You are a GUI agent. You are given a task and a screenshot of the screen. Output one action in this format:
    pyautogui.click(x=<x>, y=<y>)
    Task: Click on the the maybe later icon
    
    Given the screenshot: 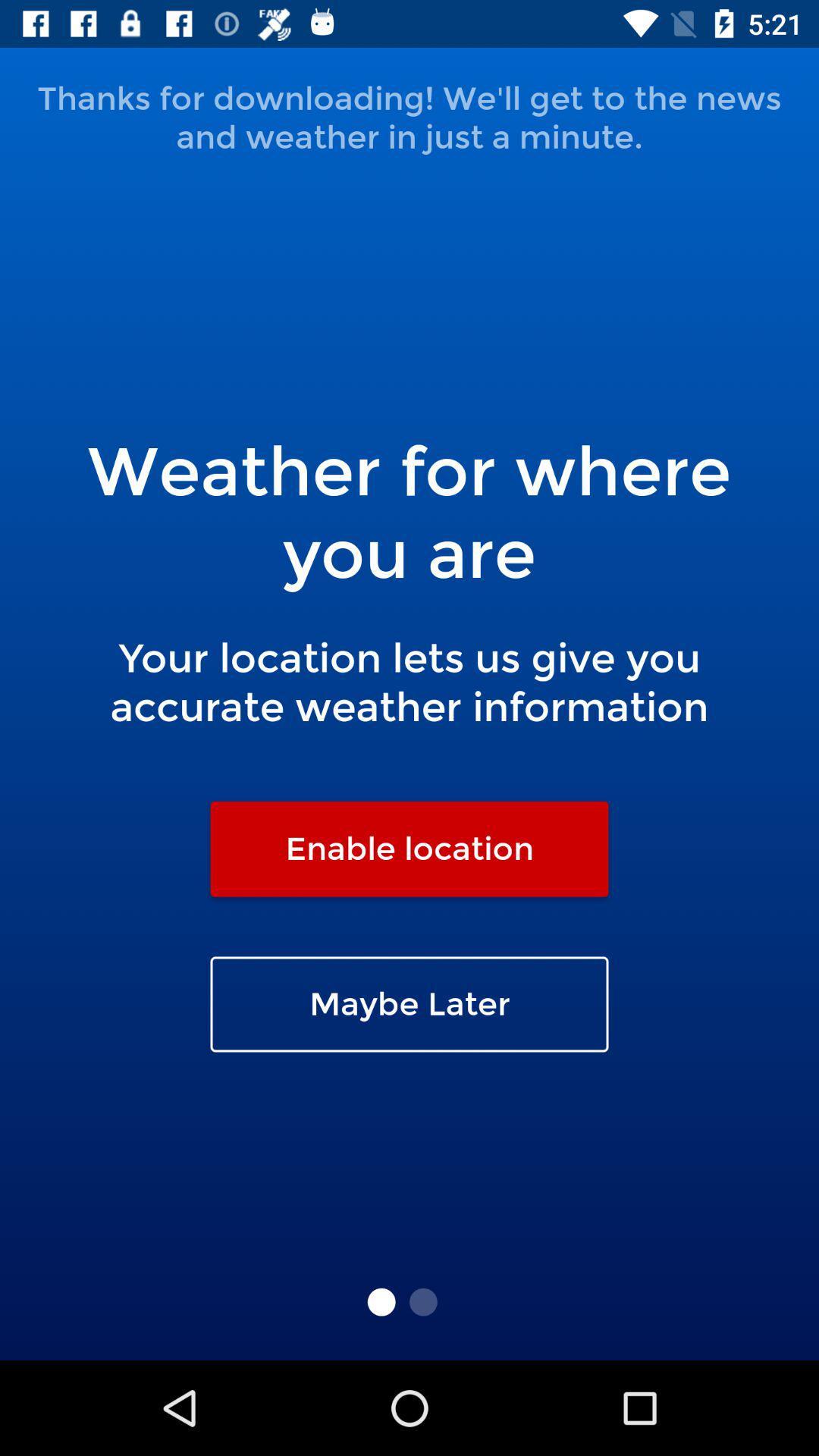 What is the action you would take?
    pyautogui.click(x=409, y=1004)
    